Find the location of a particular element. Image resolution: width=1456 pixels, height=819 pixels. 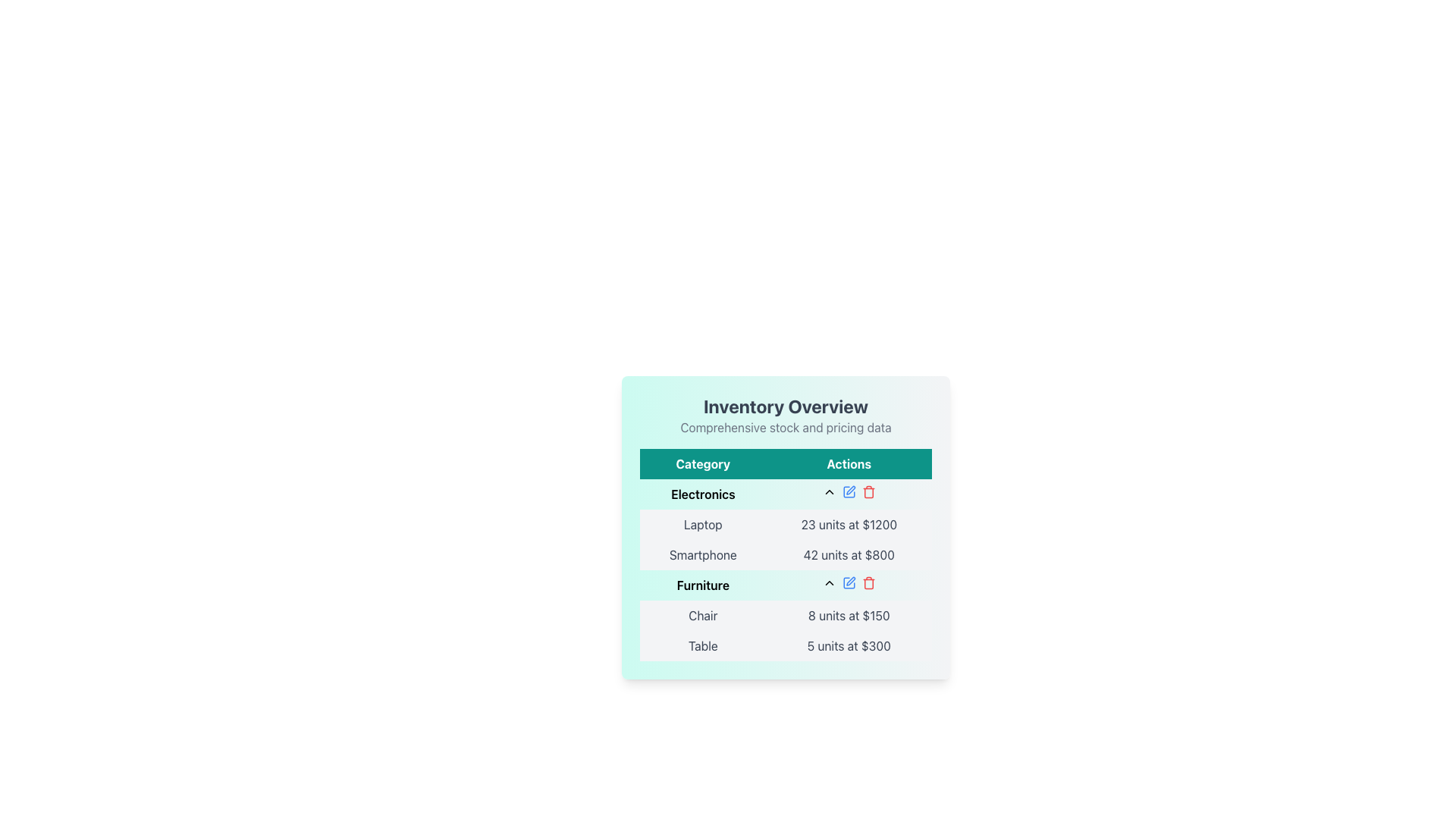

the 'Electronics' category label in the first row of the table under the 'Category' header is located at coordinates (702, 494).